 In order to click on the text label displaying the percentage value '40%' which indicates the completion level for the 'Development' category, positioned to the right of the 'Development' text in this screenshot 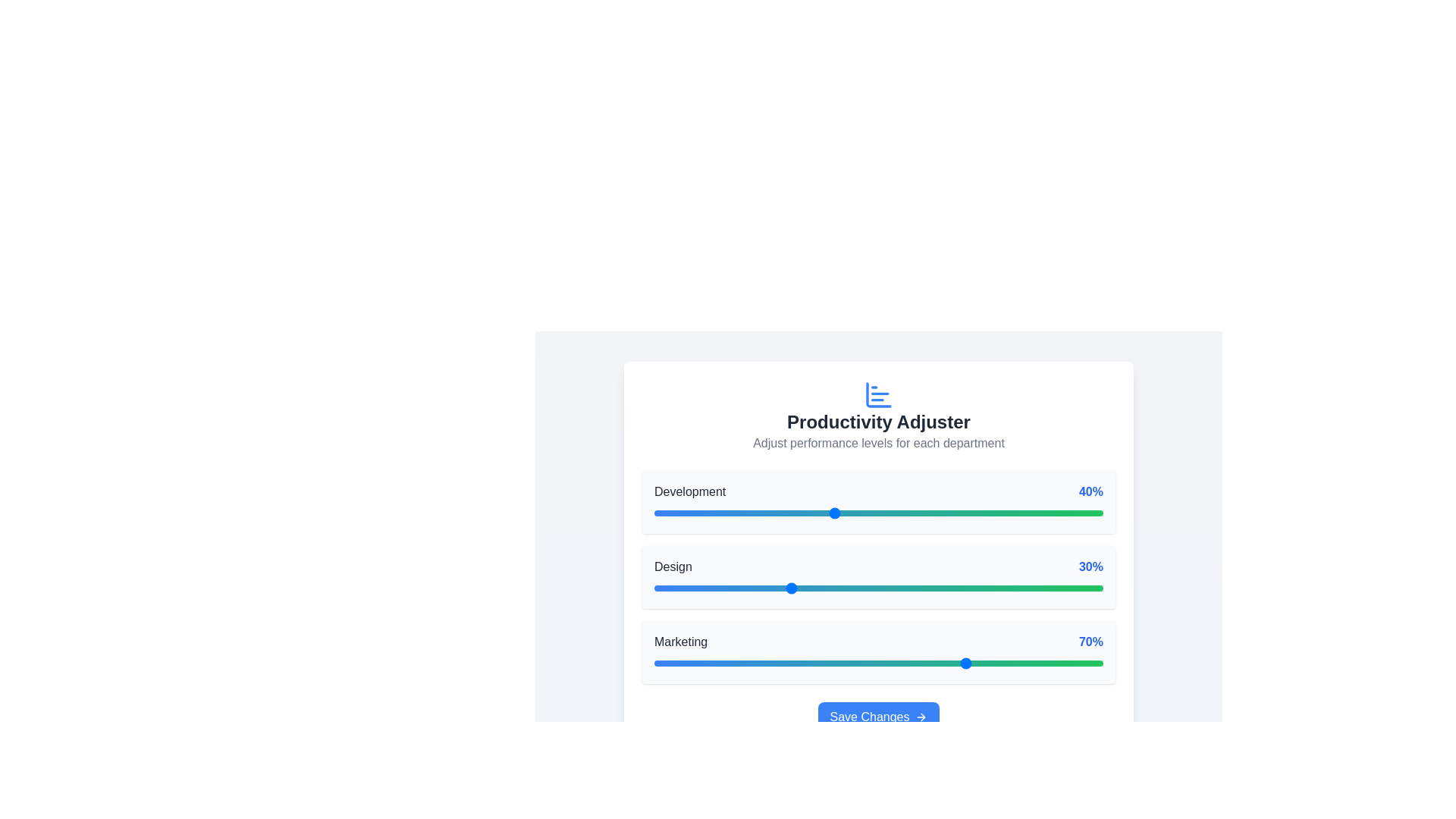, I will do `click(1090, 491)`.